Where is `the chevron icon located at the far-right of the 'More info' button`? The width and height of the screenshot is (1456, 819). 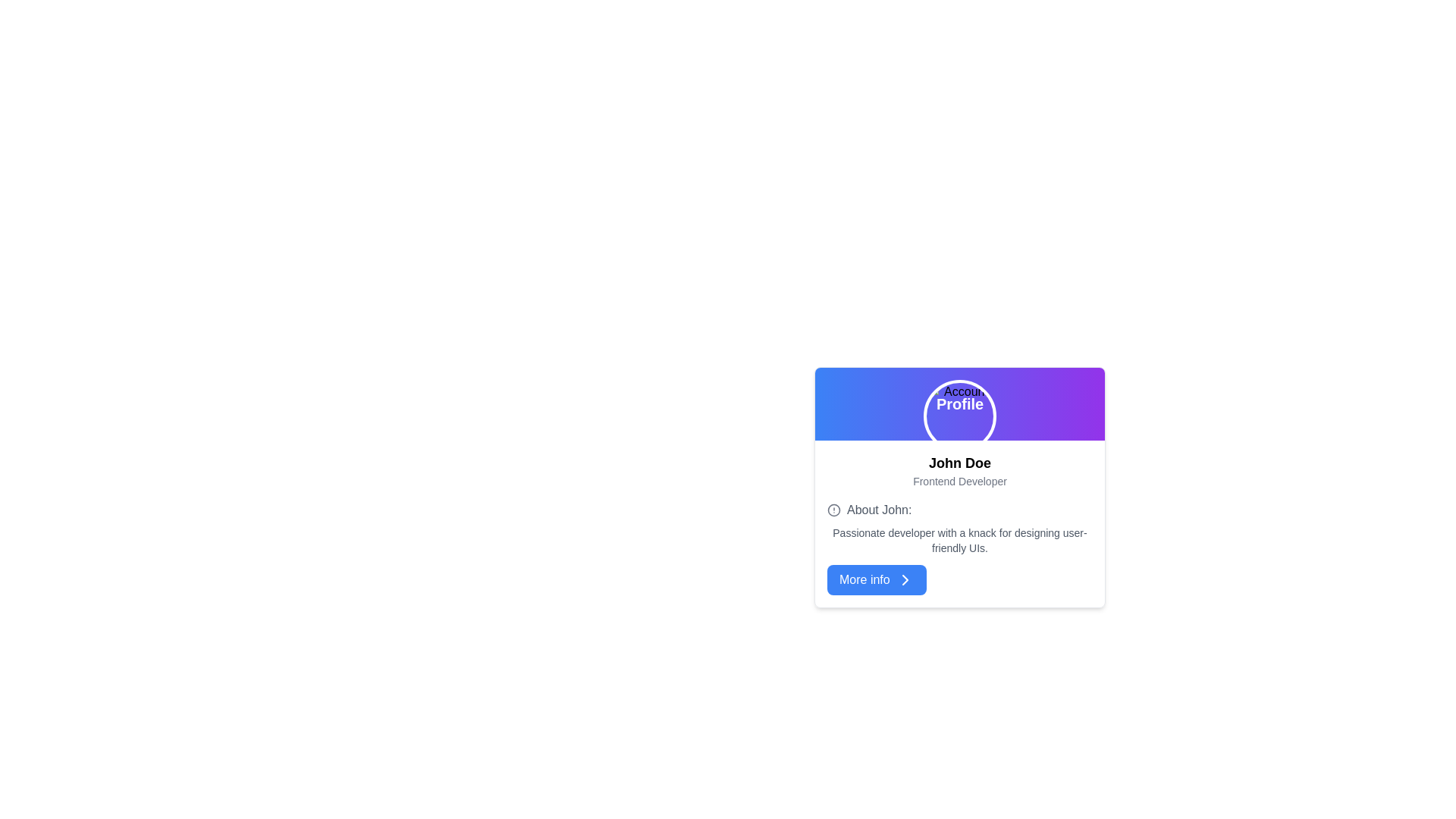 the chevron icon located at the far-right of the 'More info' button is located at coordinates (905, 579).